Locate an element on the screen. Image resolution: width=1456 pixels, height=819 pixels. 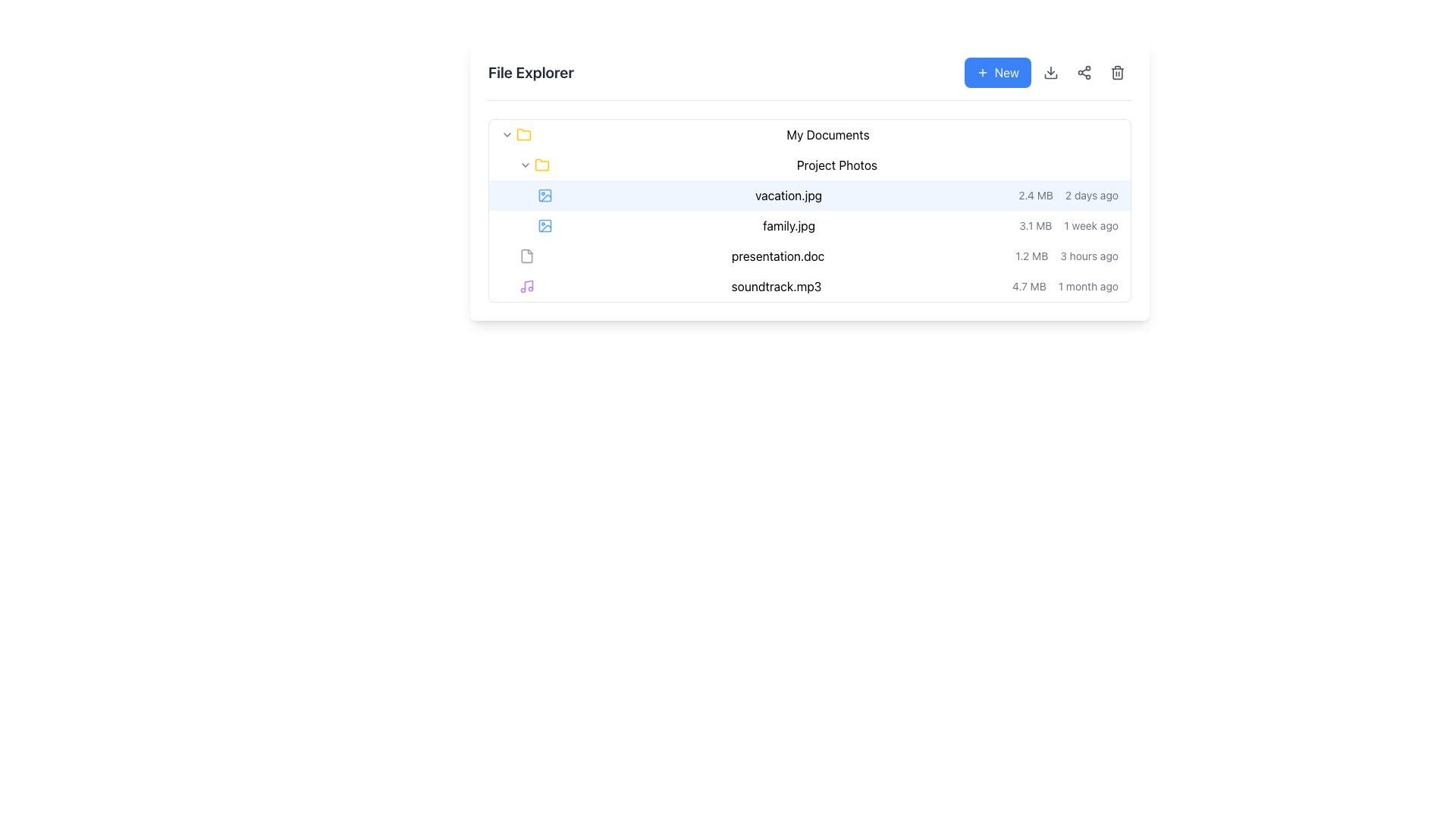
the delete button located in the top-right corner of the 'File Explorer' section is located at coordinates (1117, 73).